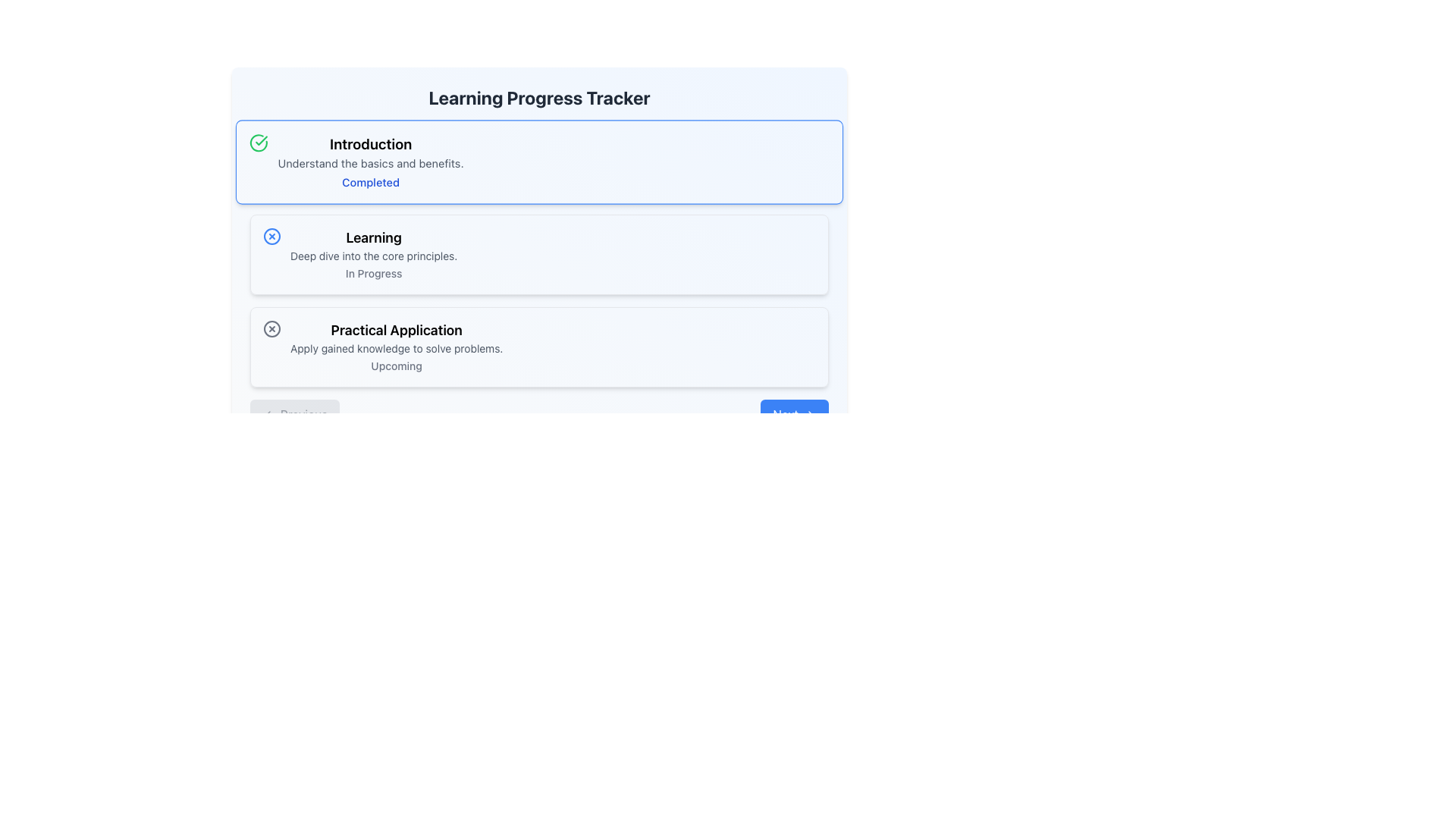 This screenshot has width=1456, height=819. I want to click on the circular icon with a gray outline and 'X' symbol, located to the left of the 'Practical Application' text in the third section of the progress tracker, so click(272, 328).